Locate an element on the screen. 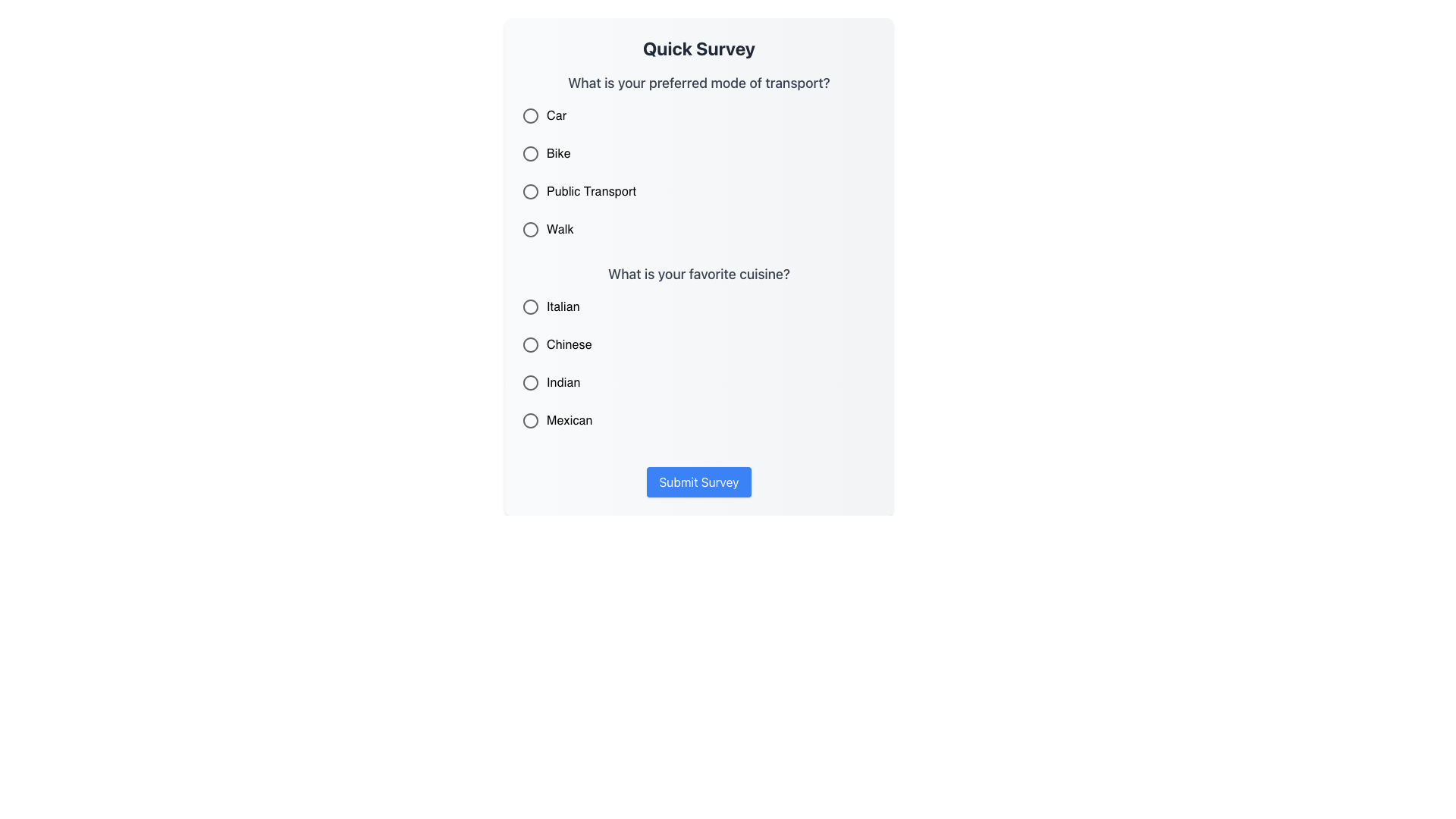  the third radio button in the second question group of the survey, associated with the label 'Chinese' is located at coordinates (531, 345).